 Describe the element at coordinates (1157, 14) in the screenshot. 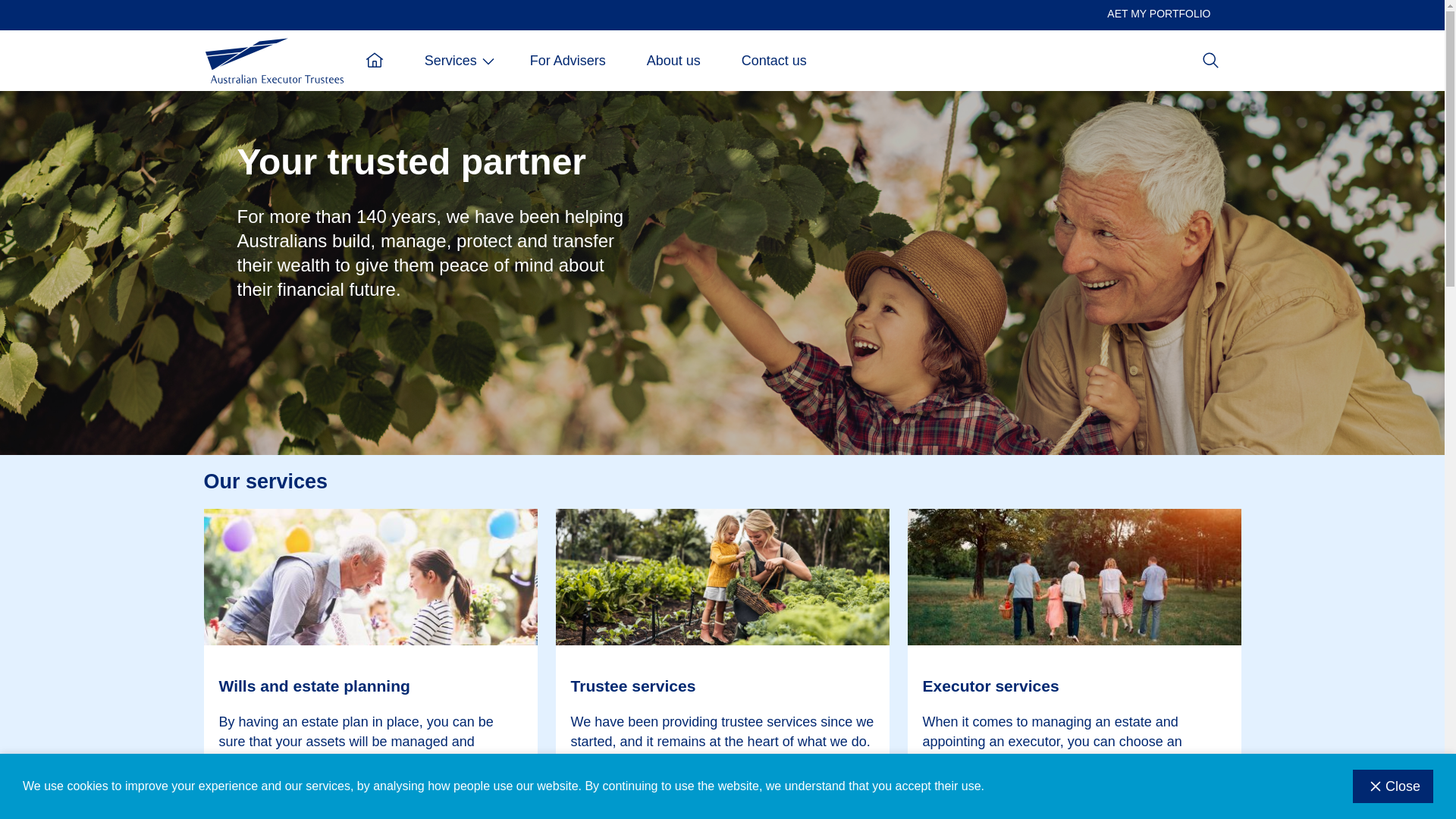

I see `'AET MY PORTFOLIO'` at that location.